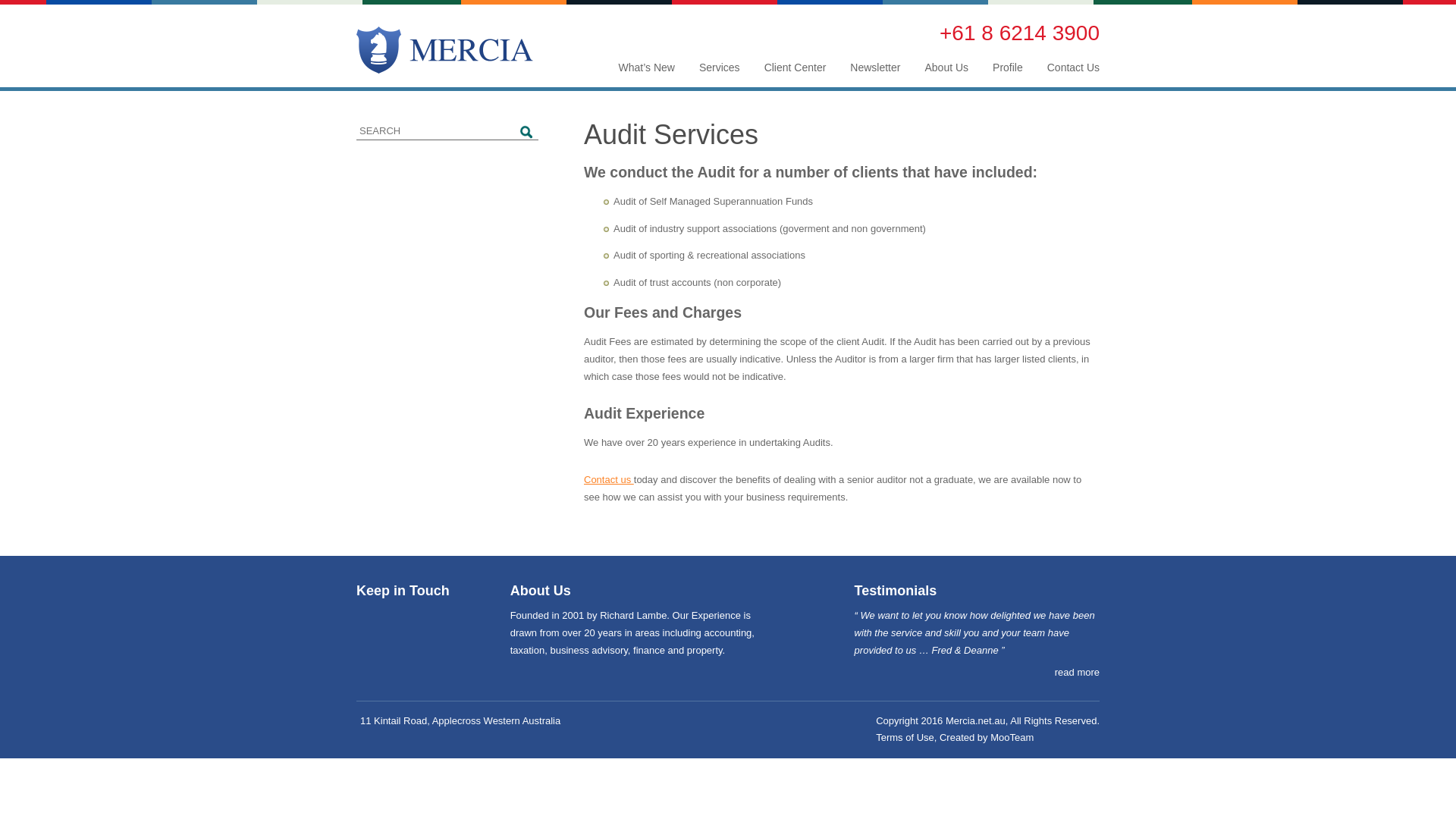  What do you see at coordinates (719, 66) in the screenshot?
I see `'Services'` at bounding box center [719, 66].